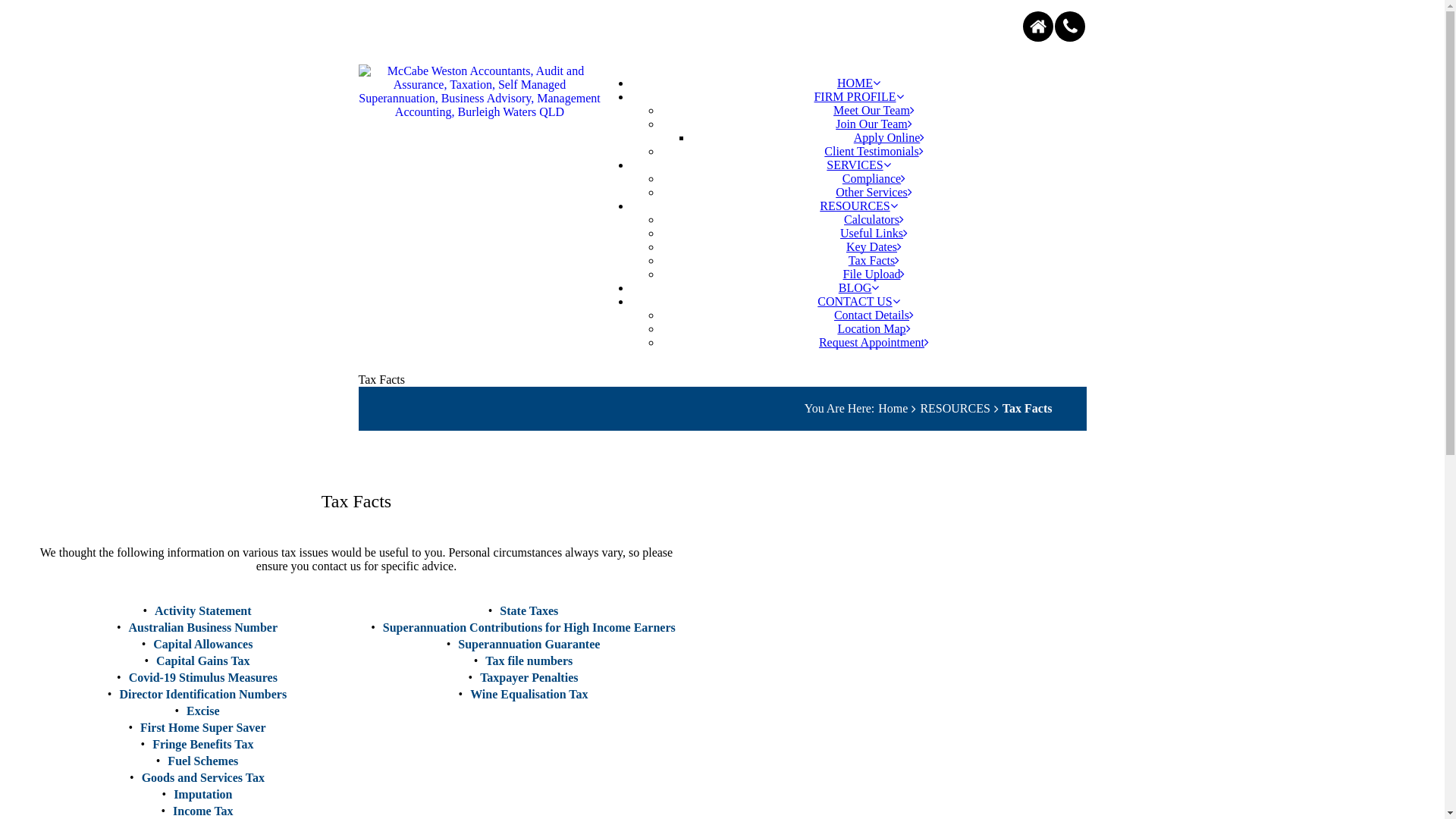  I want to click on 'CONTACT US', so click(858, 301).